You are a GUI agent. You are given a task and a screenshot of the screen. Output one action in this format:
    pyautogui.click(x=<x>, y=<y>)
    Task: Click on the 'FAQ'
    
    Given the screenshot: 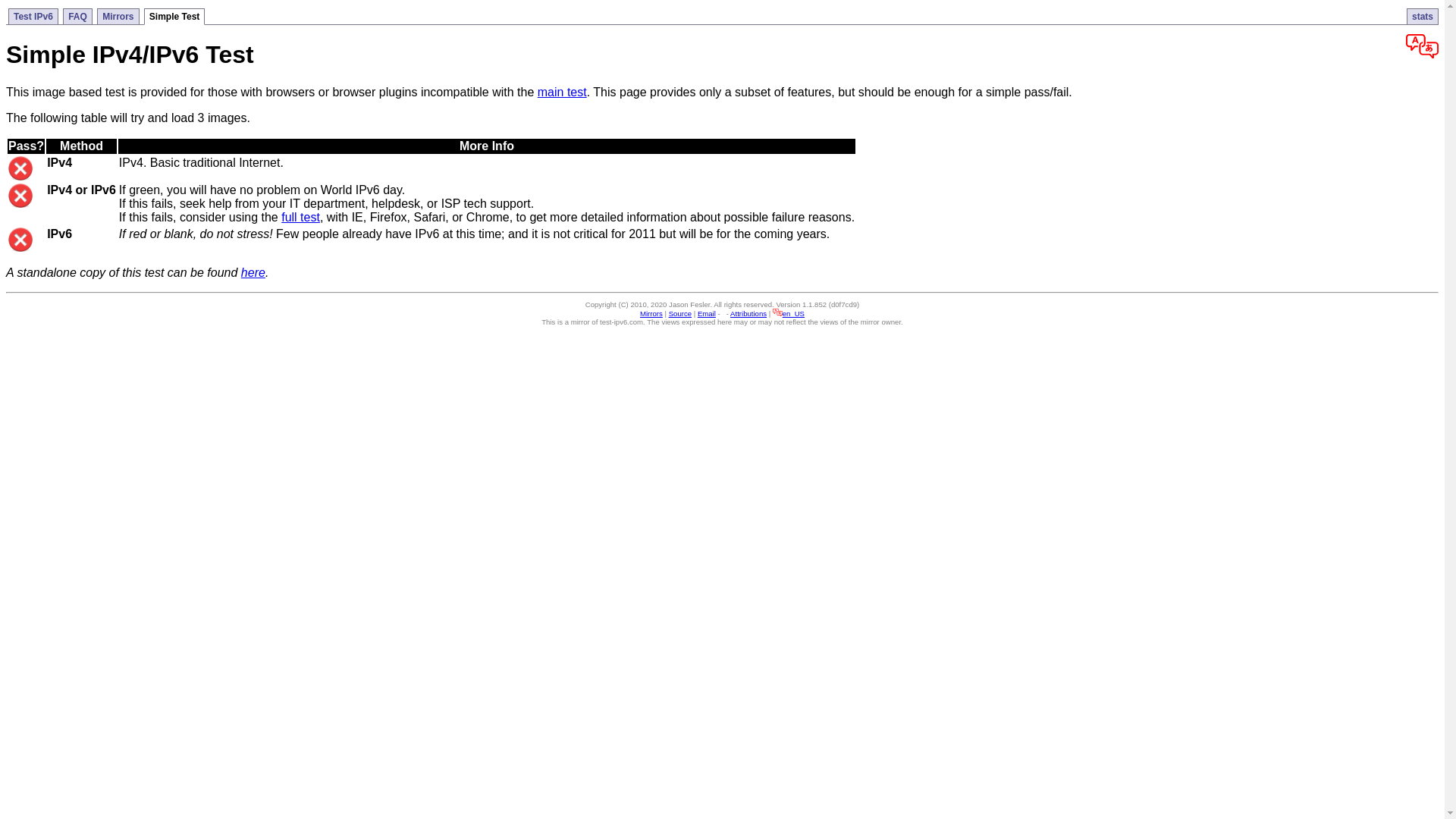 What is the action you would take?
    pyautogui.click(x=61, y=16)
    